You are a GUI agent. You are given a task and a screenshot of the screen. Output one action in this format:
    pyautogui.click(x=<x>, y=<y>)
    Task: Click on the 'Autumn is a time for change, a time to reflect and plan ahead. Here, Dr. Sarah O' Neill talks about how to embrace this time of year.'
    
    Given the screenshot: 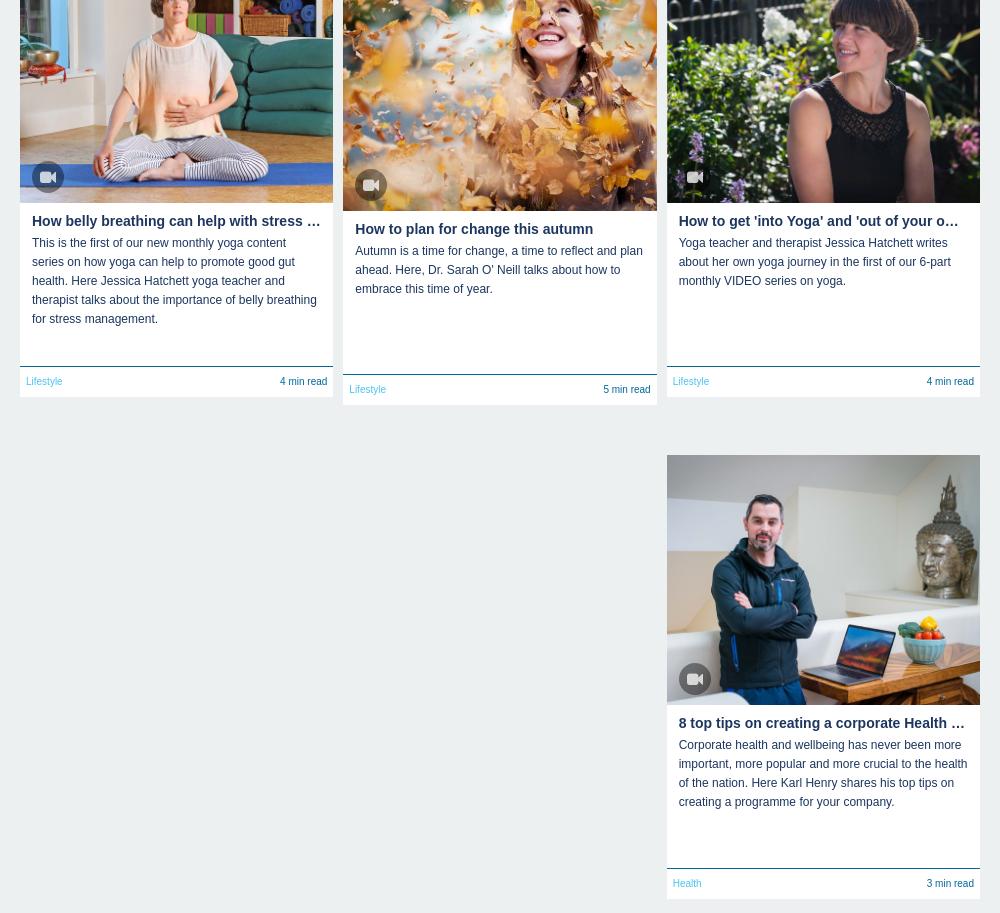 What is the action you would take?
    pyautogui.click(x=497, y=269)
    